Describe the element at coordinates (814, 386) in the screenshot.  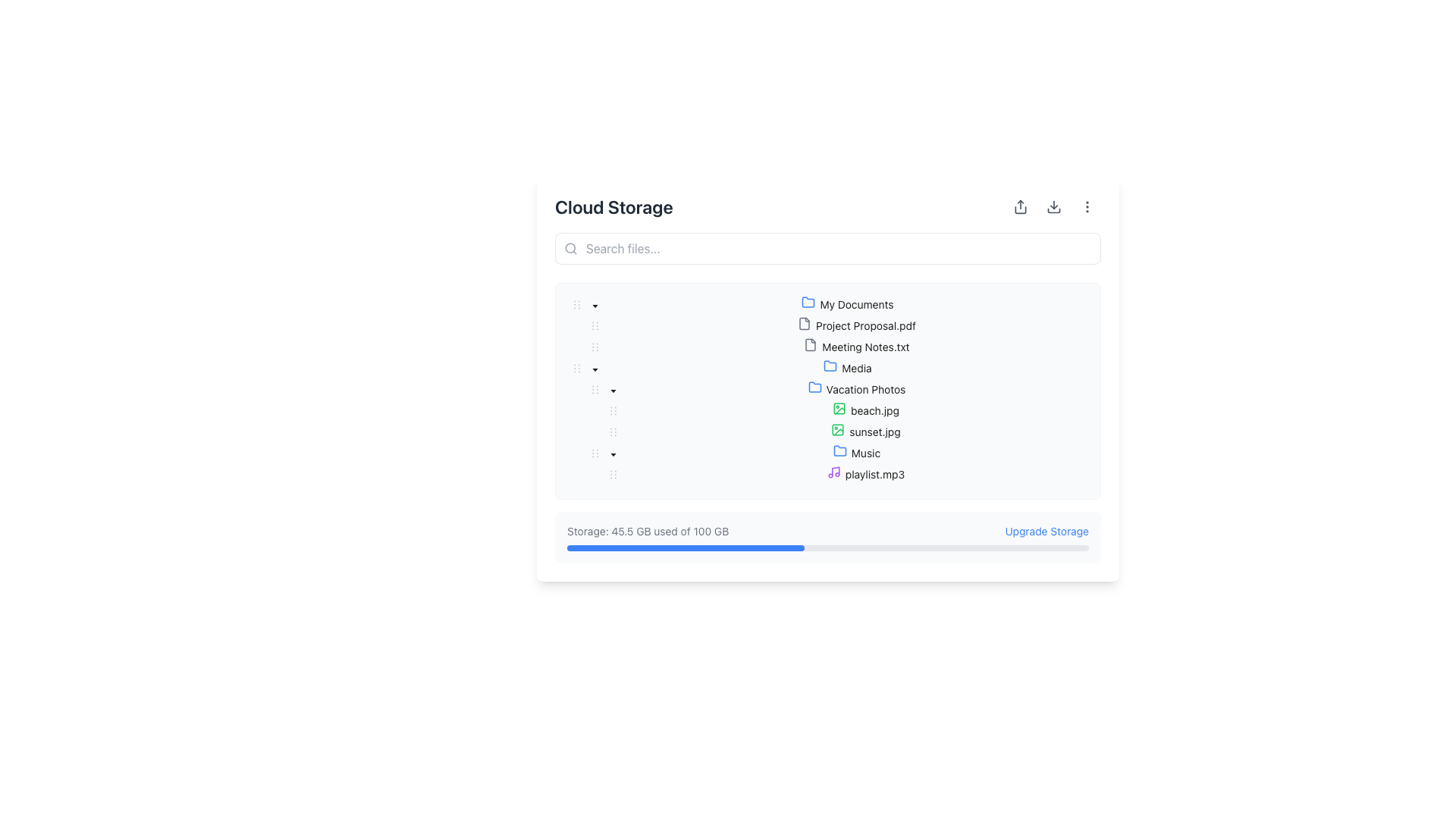
I see `the folder icon representing 'Vacation Photos' in the 'Cloud Storage' interface to interact with its enclosing label or` at that location.